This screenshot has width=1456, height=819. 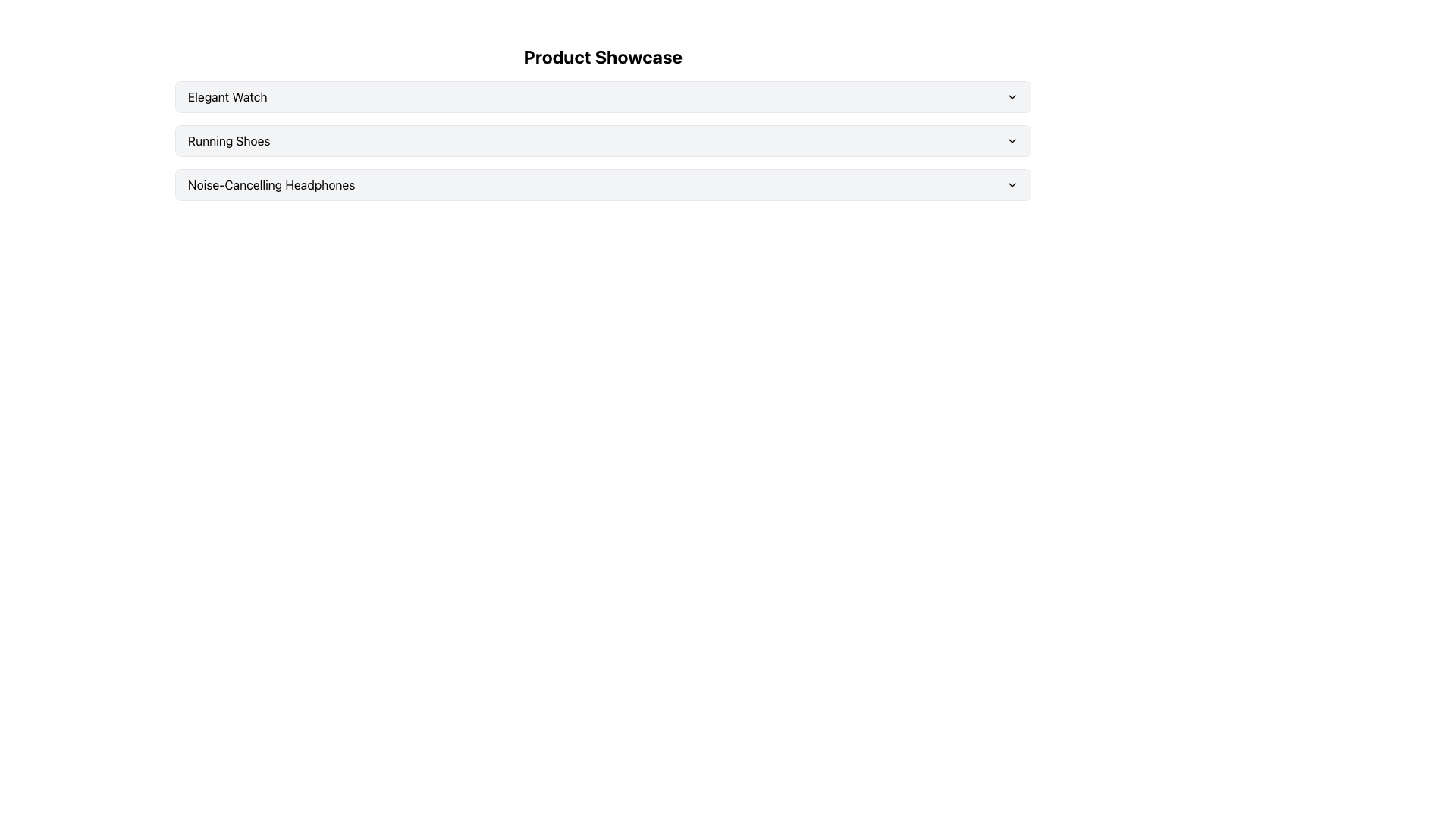 I want to click on the Dropdown Trigger for 'Elegant Watch' located under 'Product Showcase', so click(x=602, y=96).